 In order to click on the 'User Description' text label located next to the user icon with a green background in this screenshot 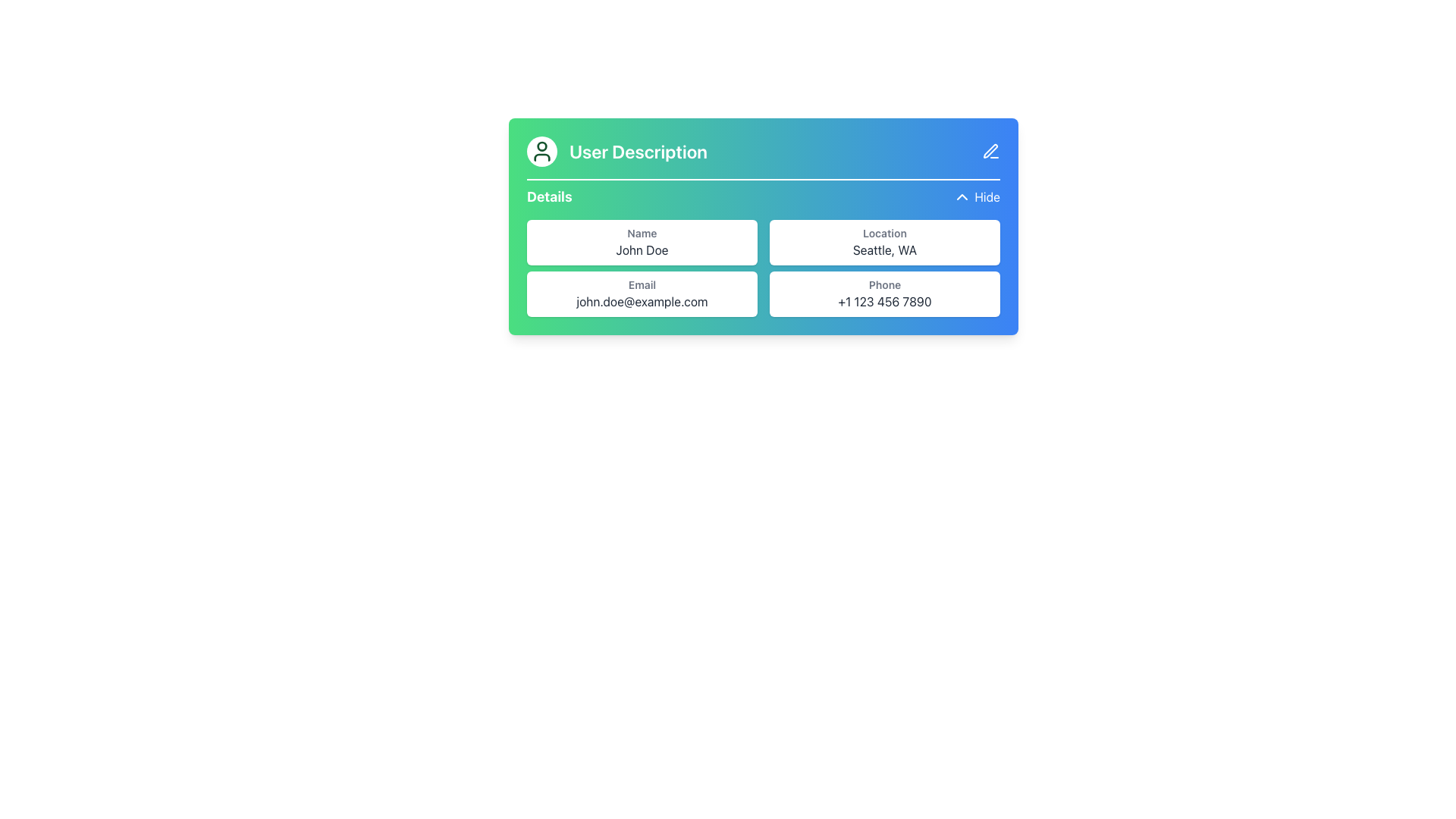, I will do `click(617, 152)`.